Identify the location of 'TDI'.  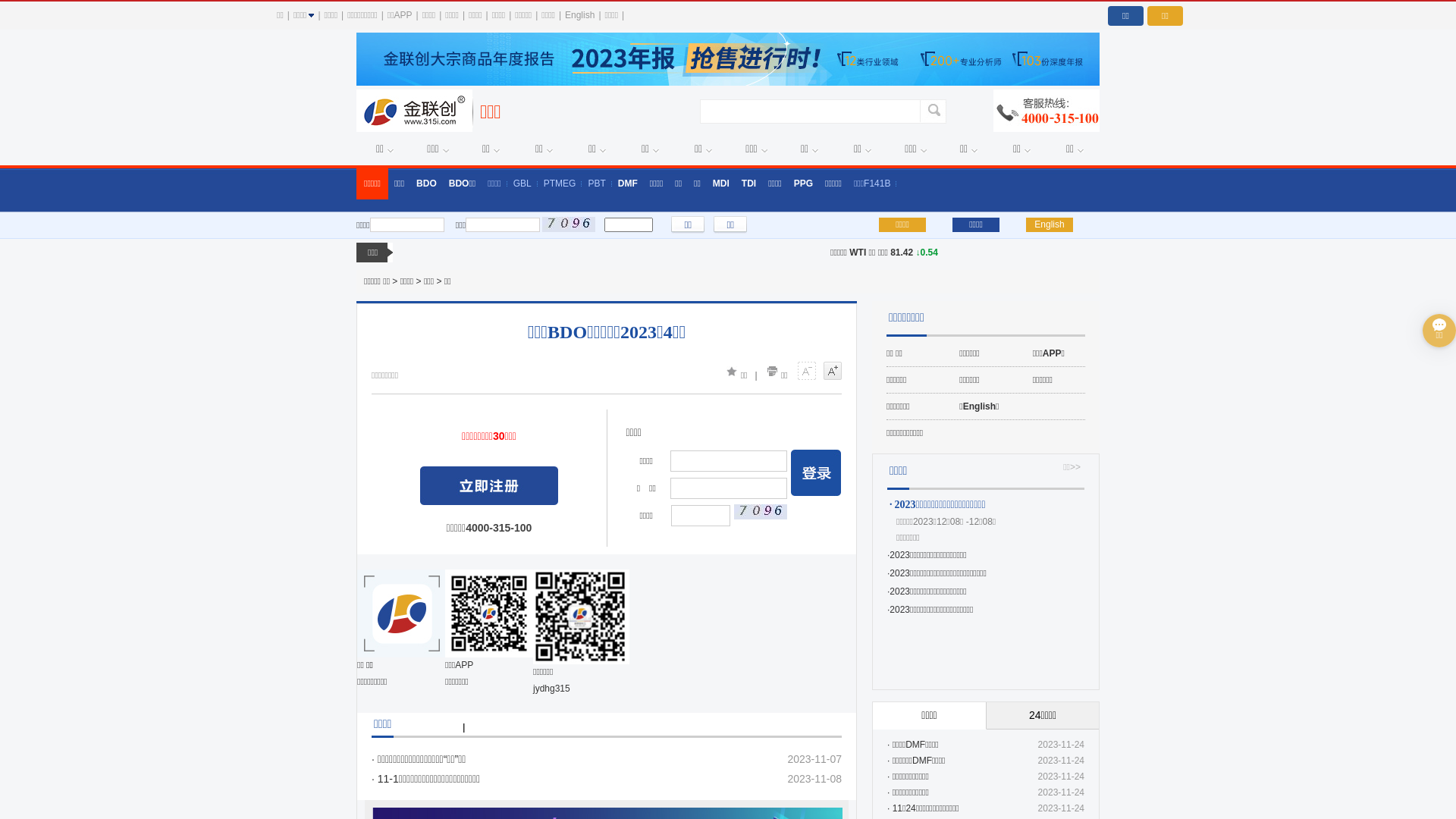
(748, 183).